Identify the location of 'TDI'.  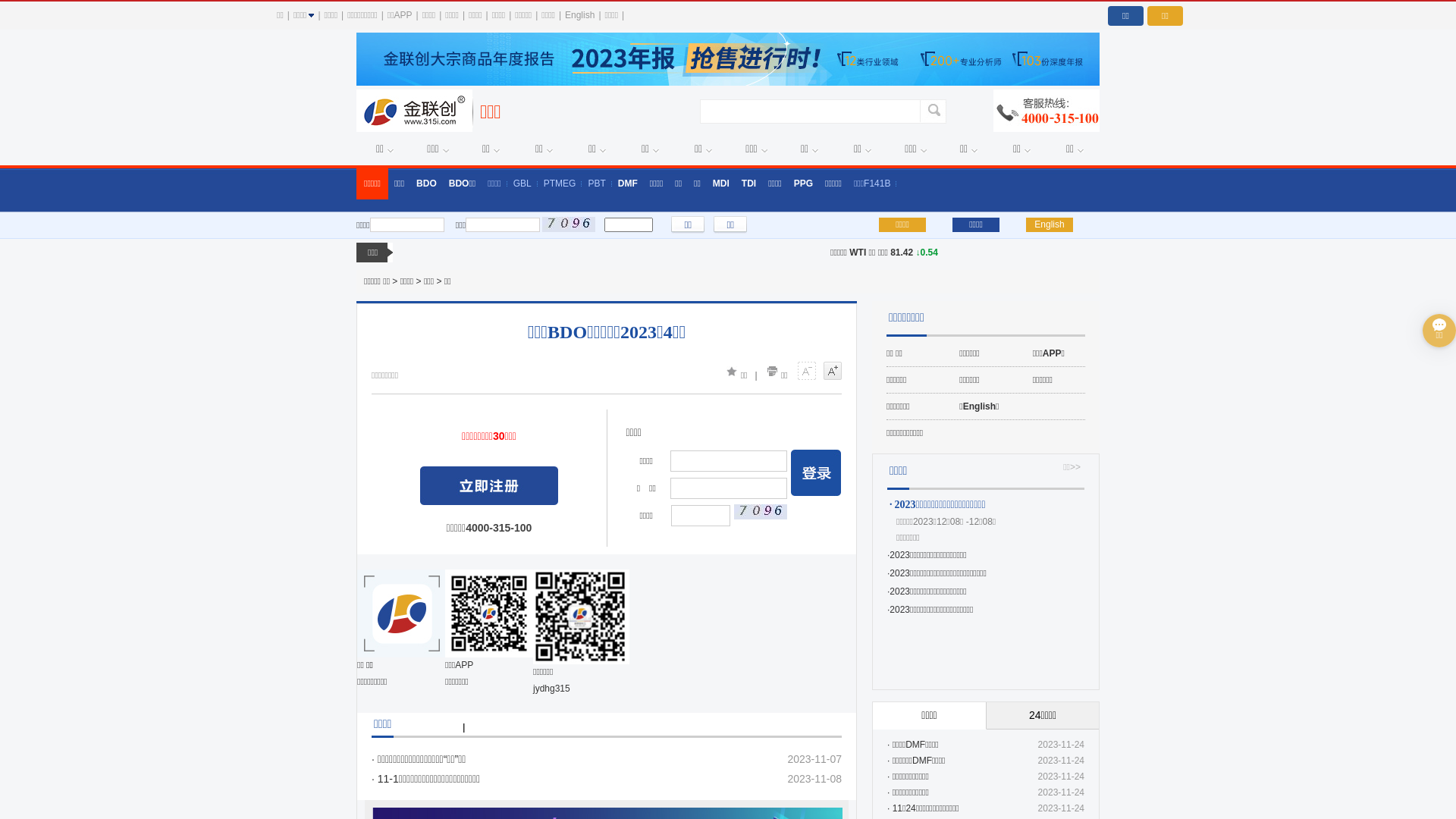
(748, 183).